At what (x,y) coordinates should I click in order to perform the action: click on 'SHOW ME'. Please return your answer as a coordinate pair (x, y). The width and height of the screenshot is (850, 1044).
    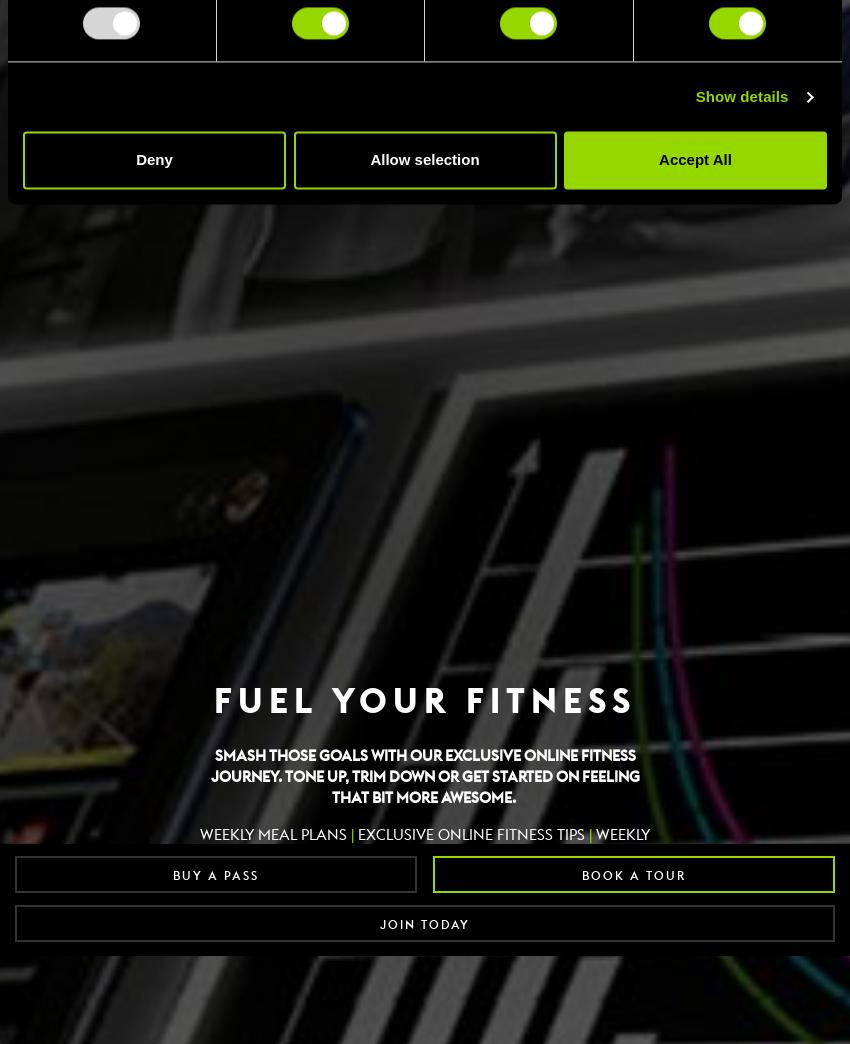
    Looking at the image, I should click on (384, 922).